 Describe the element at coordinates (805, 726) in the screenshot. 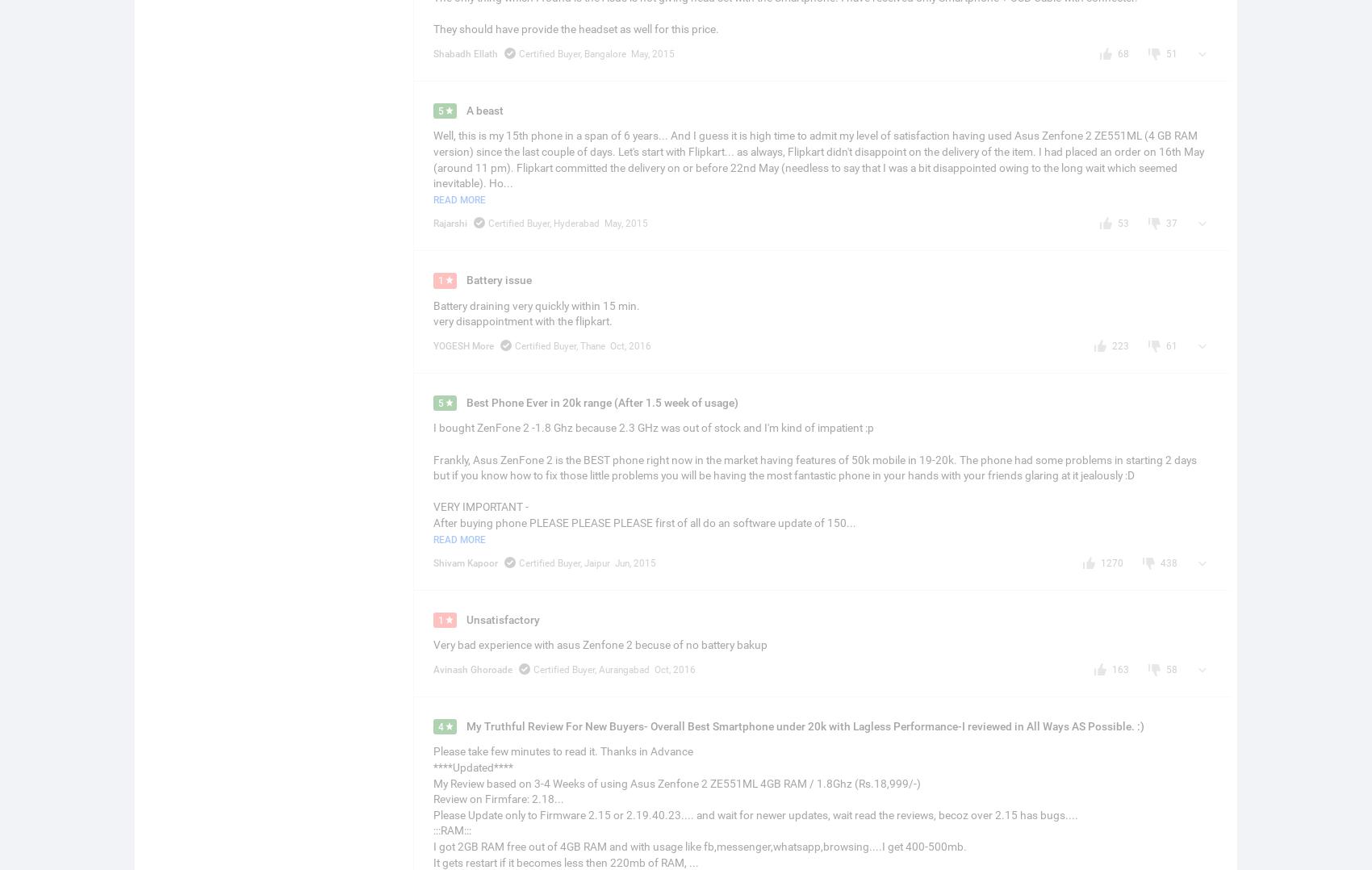

I see `'My Truthful Review For New Buyers- Overall Best Smartphone under 20k with Lagless Performance-I reviewed in All Ways AS Possible. :)'` at that location.